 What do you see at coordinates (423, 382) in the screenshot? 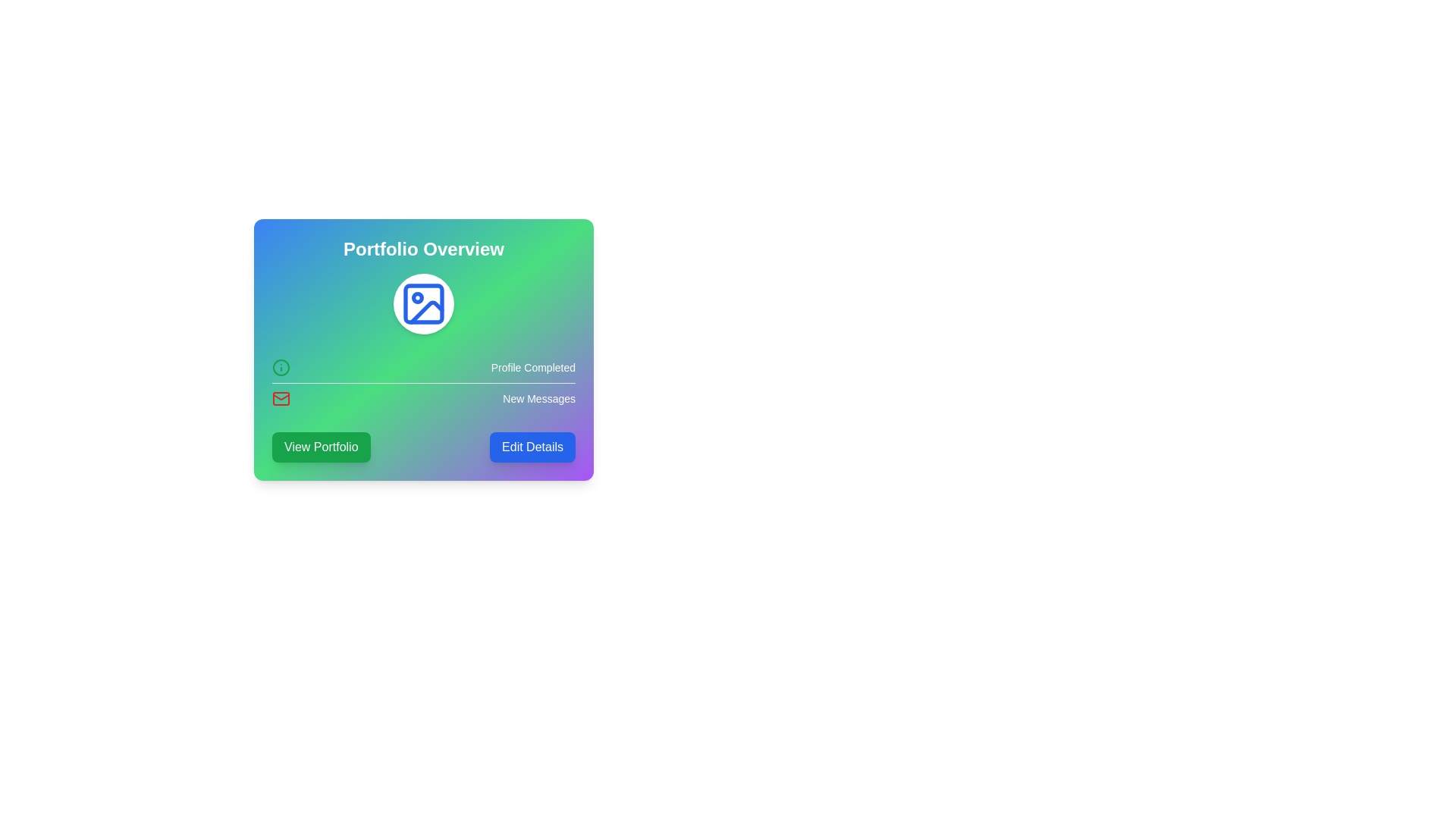
I see `the information display group that contains the green icon with 'Profile Completed' and the red icon with 'New Messages', located between the 'Portfolio Overview' icon and the buttons 'View Portfolio' and 'Edit Details'` at bounding box center [423, 382].